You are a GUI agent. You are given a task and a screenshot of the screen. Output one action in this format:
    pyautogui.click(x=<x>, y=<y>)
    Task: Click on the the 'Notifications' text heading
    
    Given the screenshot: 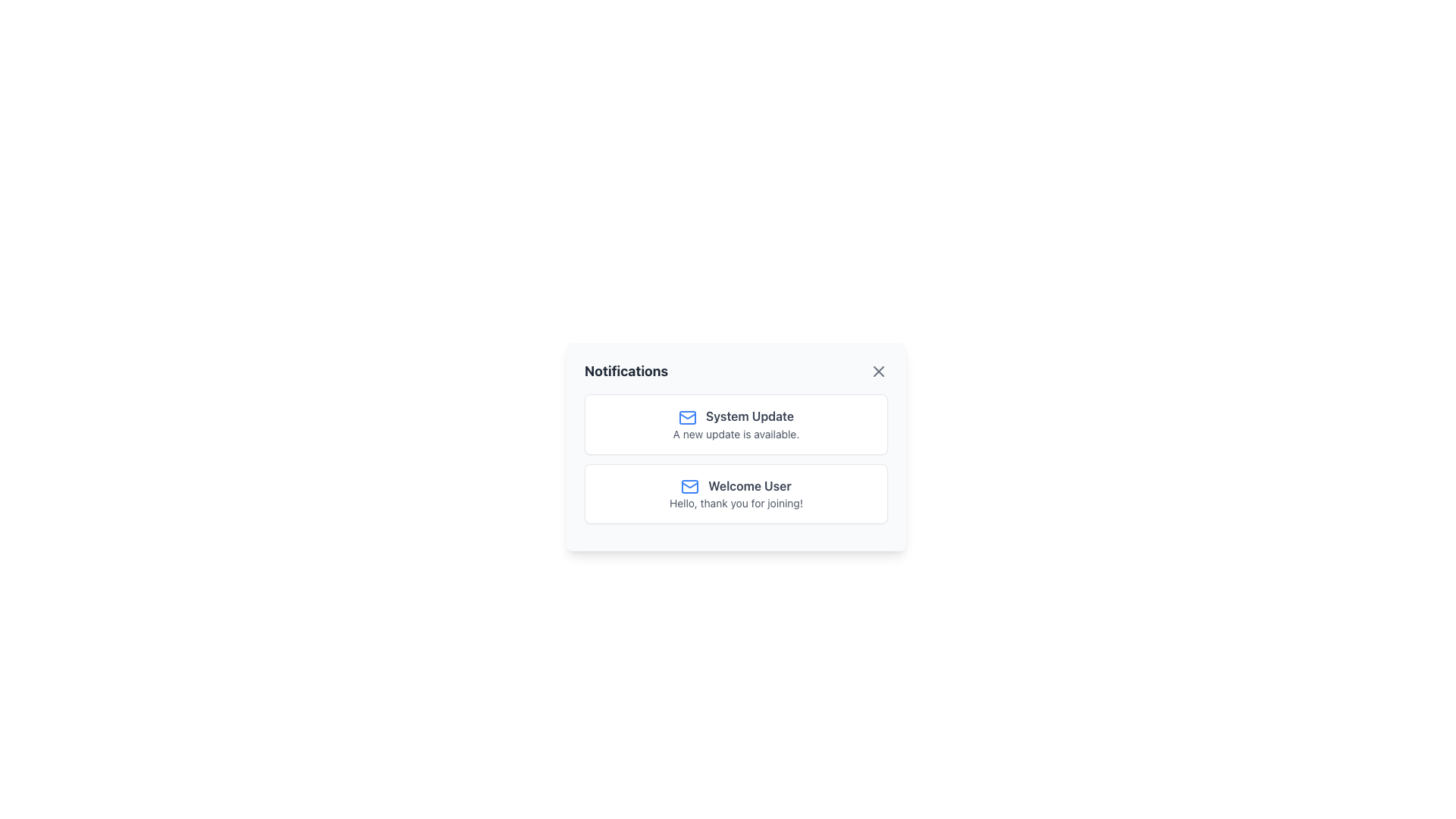 What is the action you would take?
    pyautogui.click(x=626, y=371)
    